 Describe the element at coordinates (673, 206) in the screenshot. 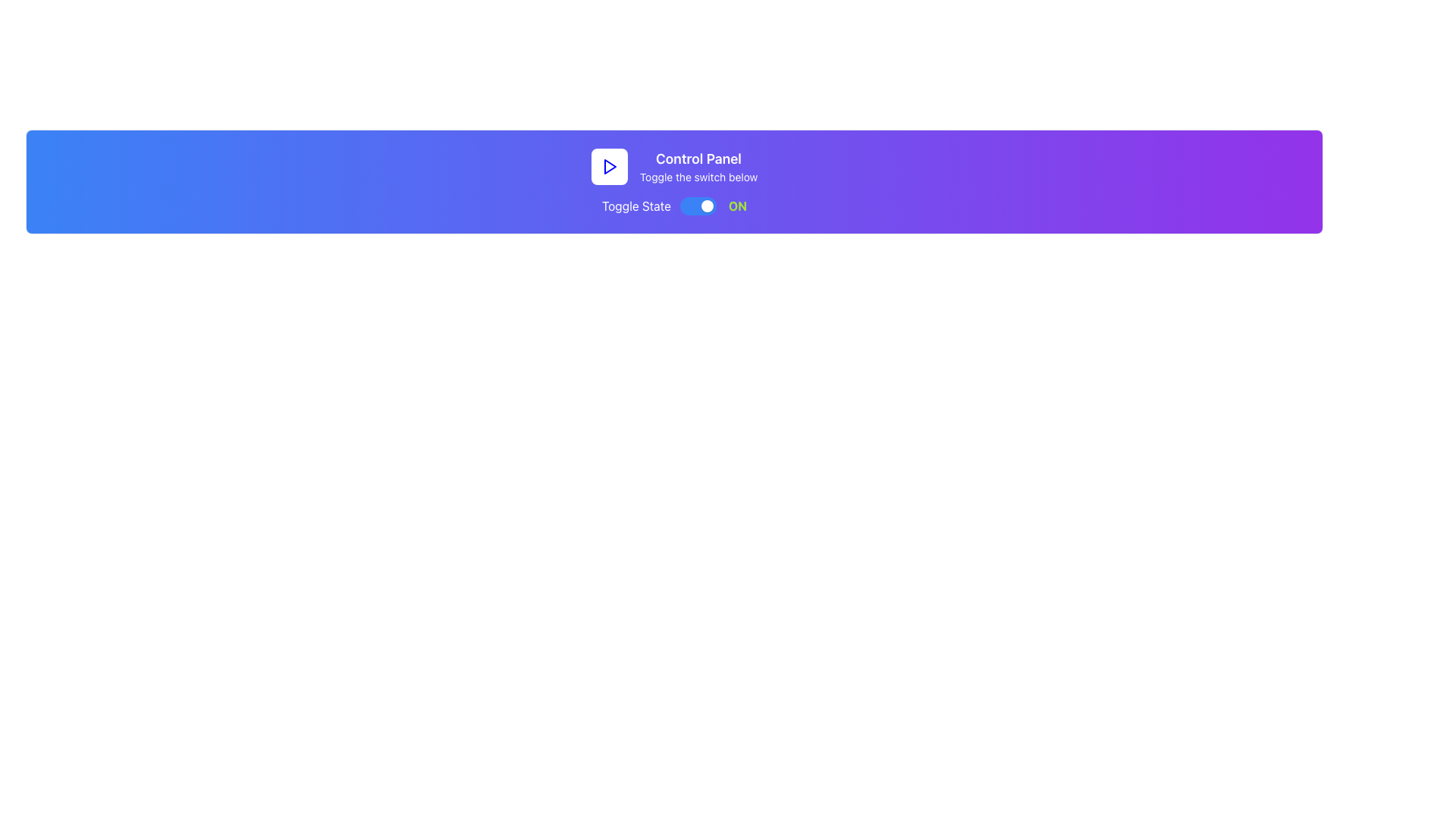

I see `the toggle switch in the 'Control Panel' section under the text 'Toggle the switch below'` at that location.